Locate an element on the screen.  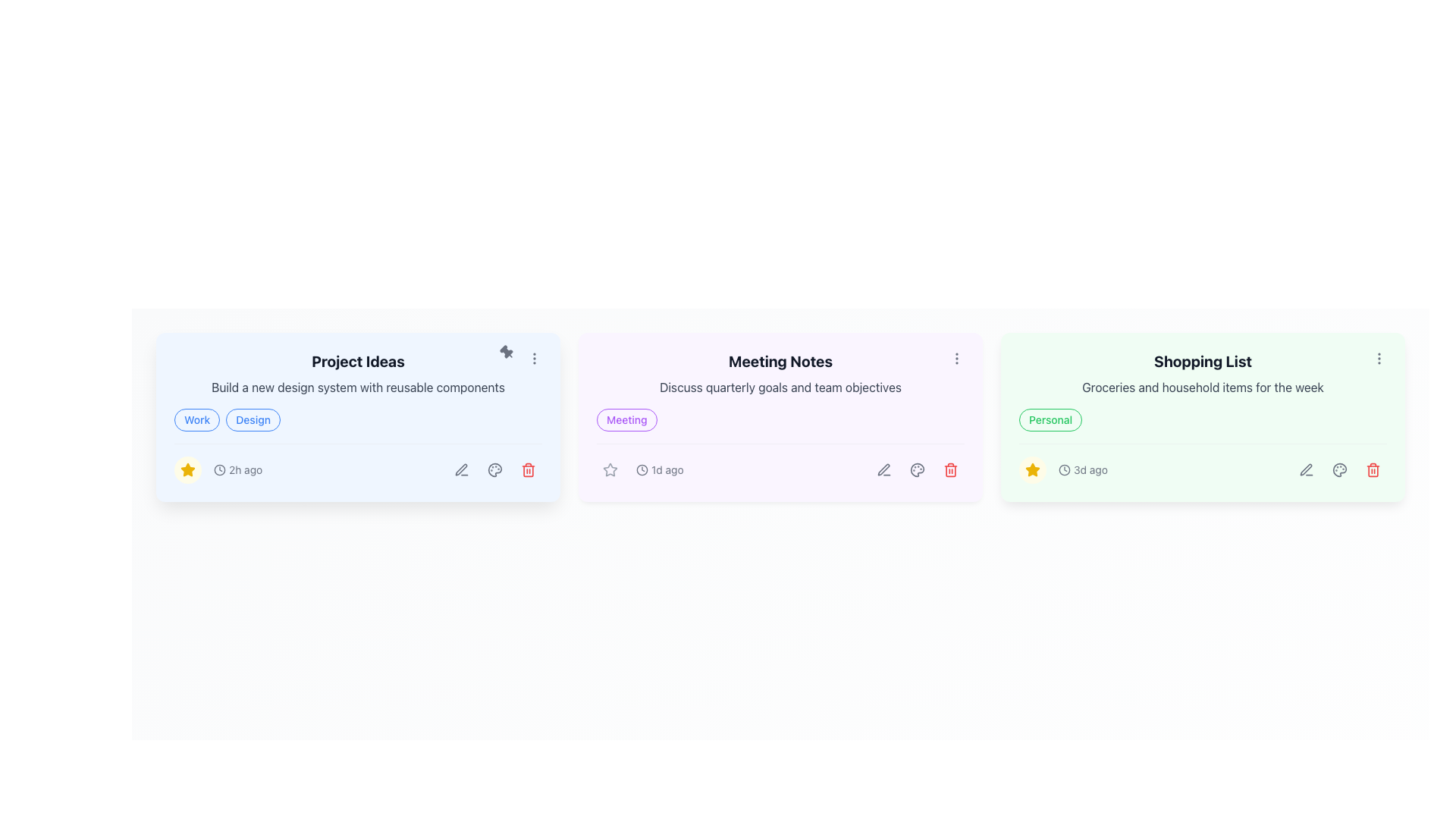
the Footer section of the 'Meeting Notes' card, which provides quick actions and metadata, located at the bottom of the card is located at coordinates (780, 463).